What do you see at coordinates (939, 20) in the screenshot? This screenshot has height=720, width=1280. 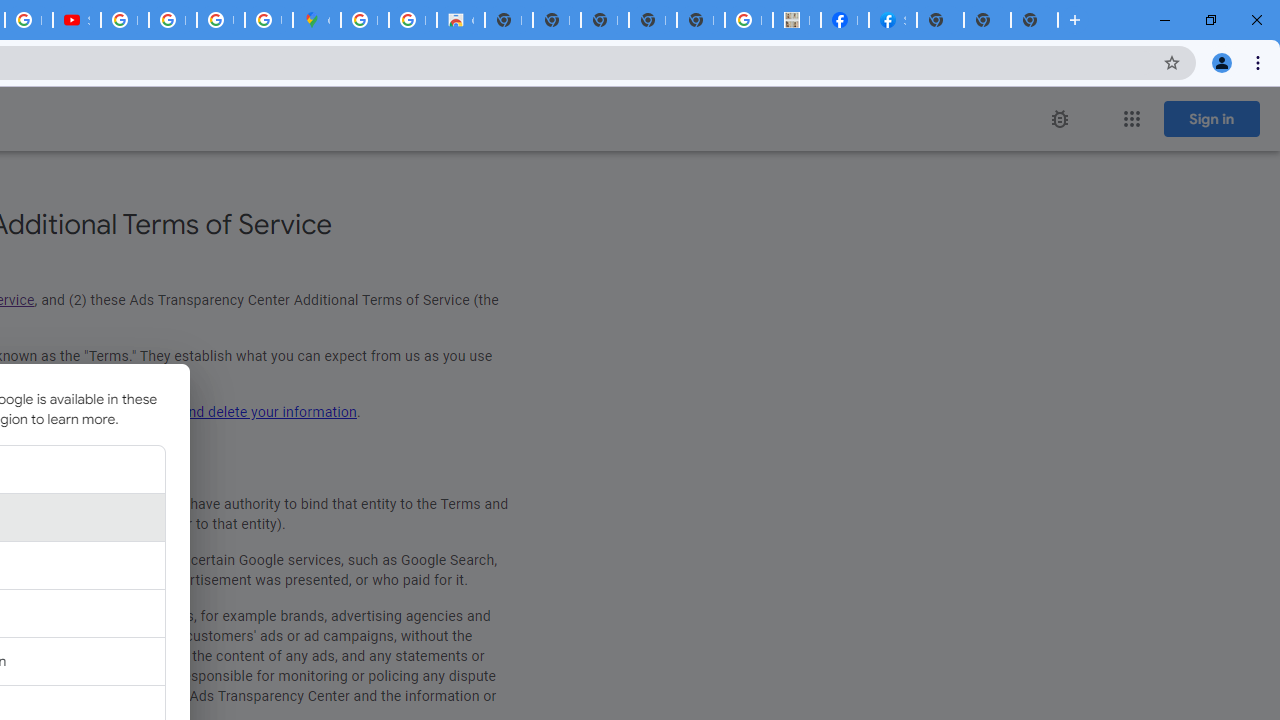 I see `'New Tab'` at bounding box center [939, 20].